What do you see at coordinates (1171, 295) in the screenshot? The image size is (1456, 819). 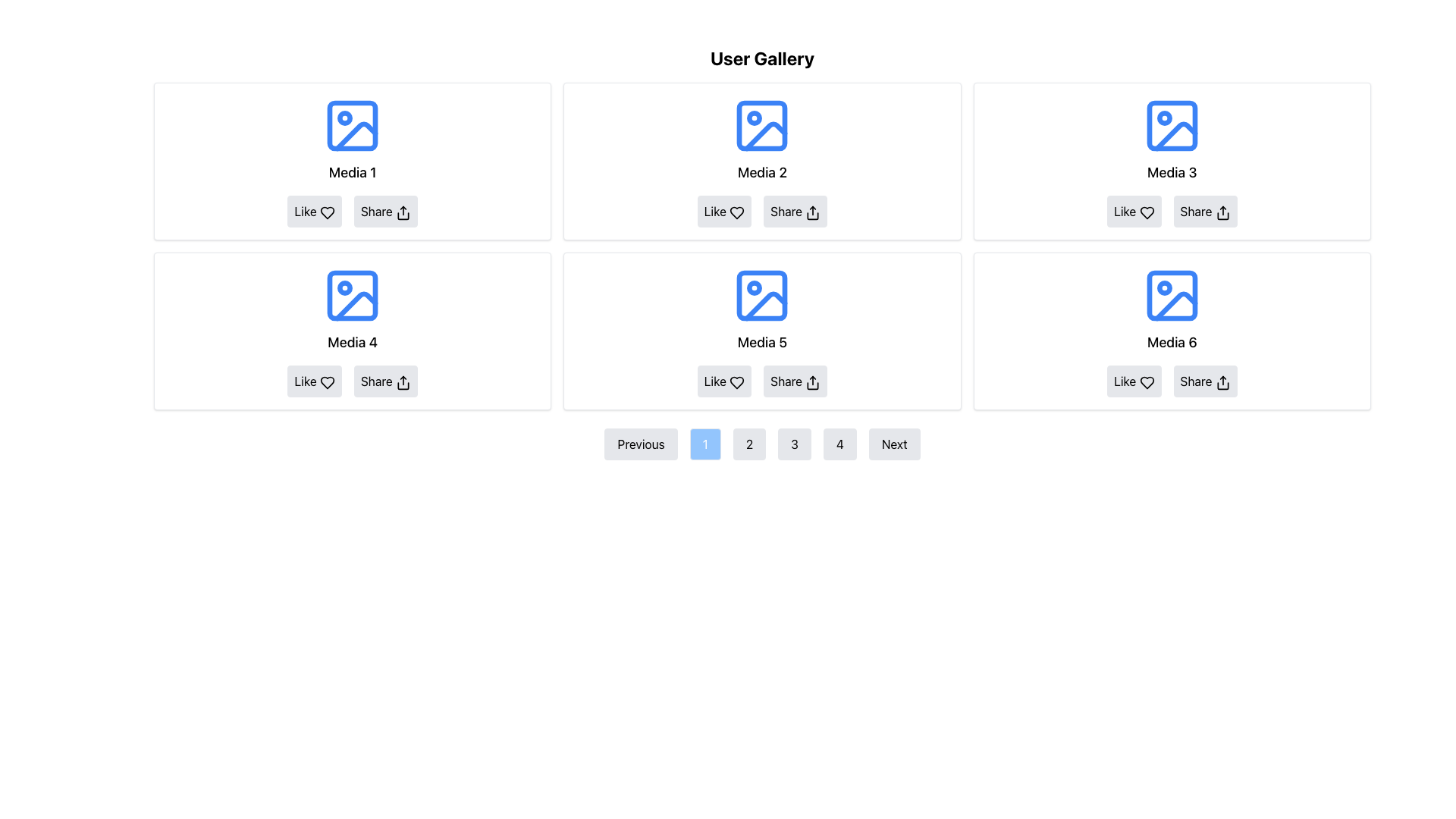 I see `the image icon representing the sixth media item in the gallery view, located in the bottom-right cell of the two-row grid` at bounding box center [1171, 295].